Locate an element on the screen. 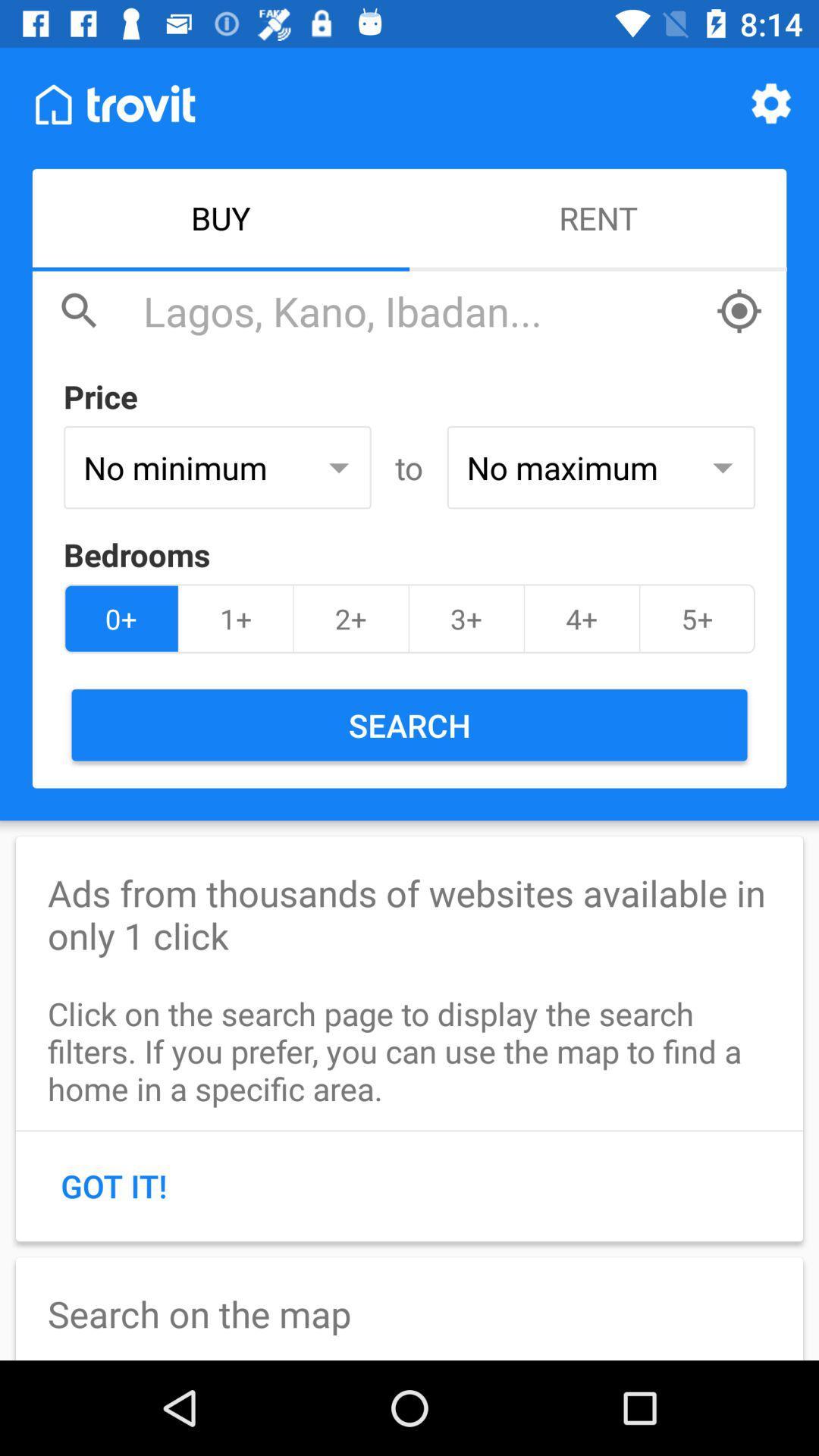  item below bedrooms icon is located at coordinates (351, 619).